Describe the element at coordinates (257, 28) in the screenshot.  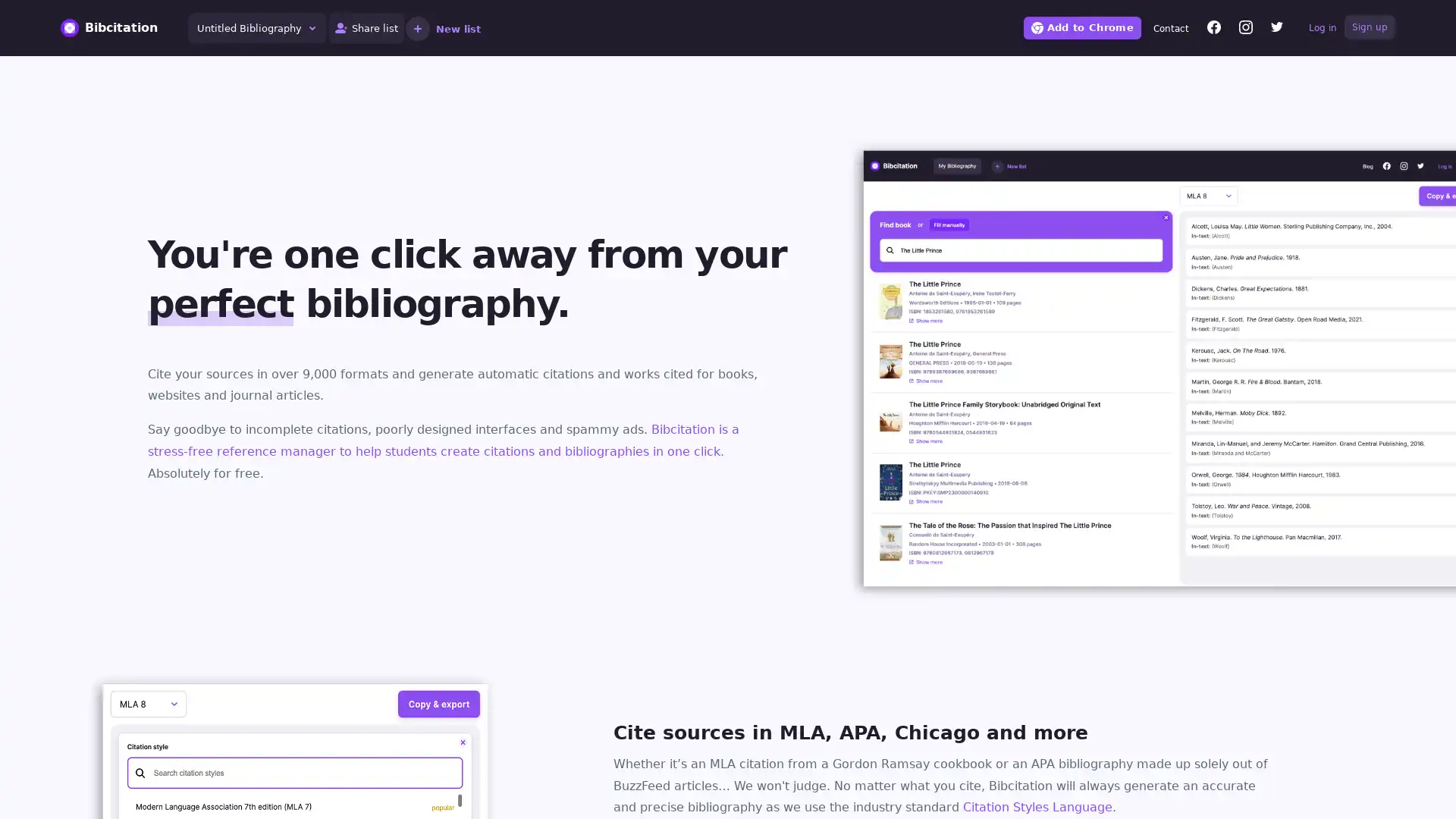
I see `Untitled Bibliography` at that location.